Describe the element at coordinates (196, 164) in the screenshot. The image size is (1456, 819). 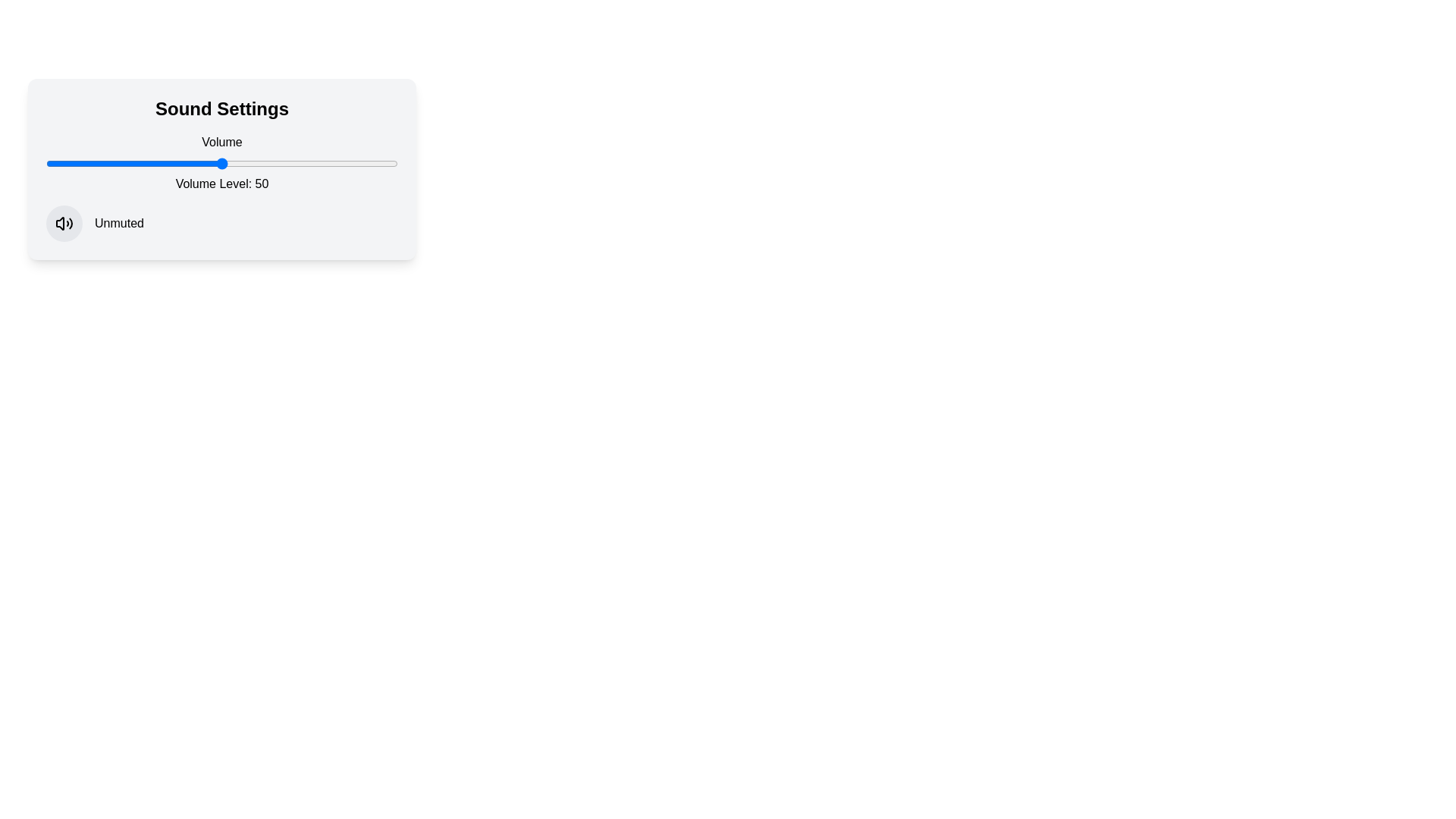
I see `the volume level` at that location.